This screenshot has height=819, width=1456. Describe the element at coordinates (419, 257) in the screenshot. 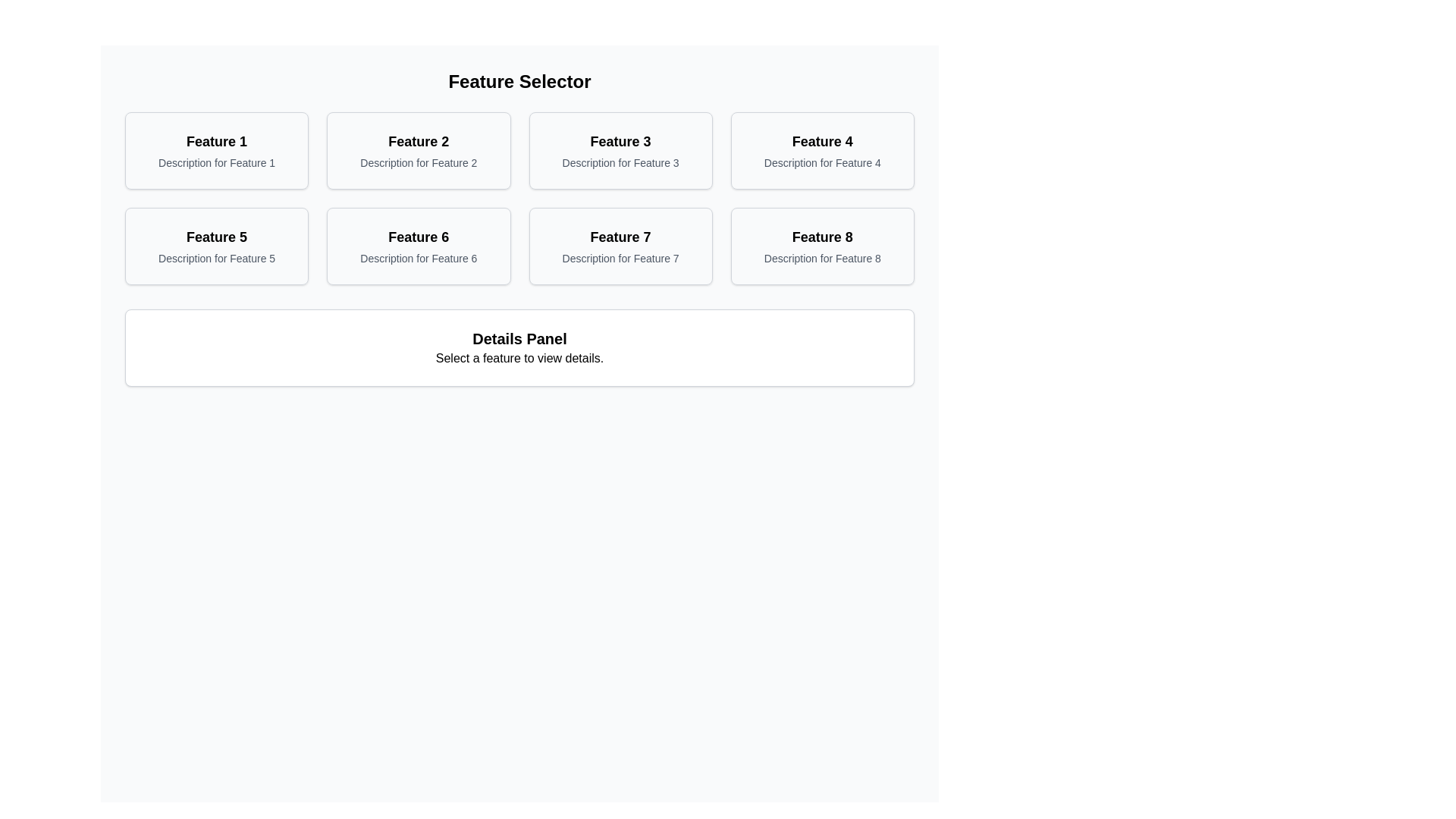

I see `the label displaying 'Description for Feature 6', which is styled in a small, gray font and positioned beneath the heading 'Feature 6'` at that location.